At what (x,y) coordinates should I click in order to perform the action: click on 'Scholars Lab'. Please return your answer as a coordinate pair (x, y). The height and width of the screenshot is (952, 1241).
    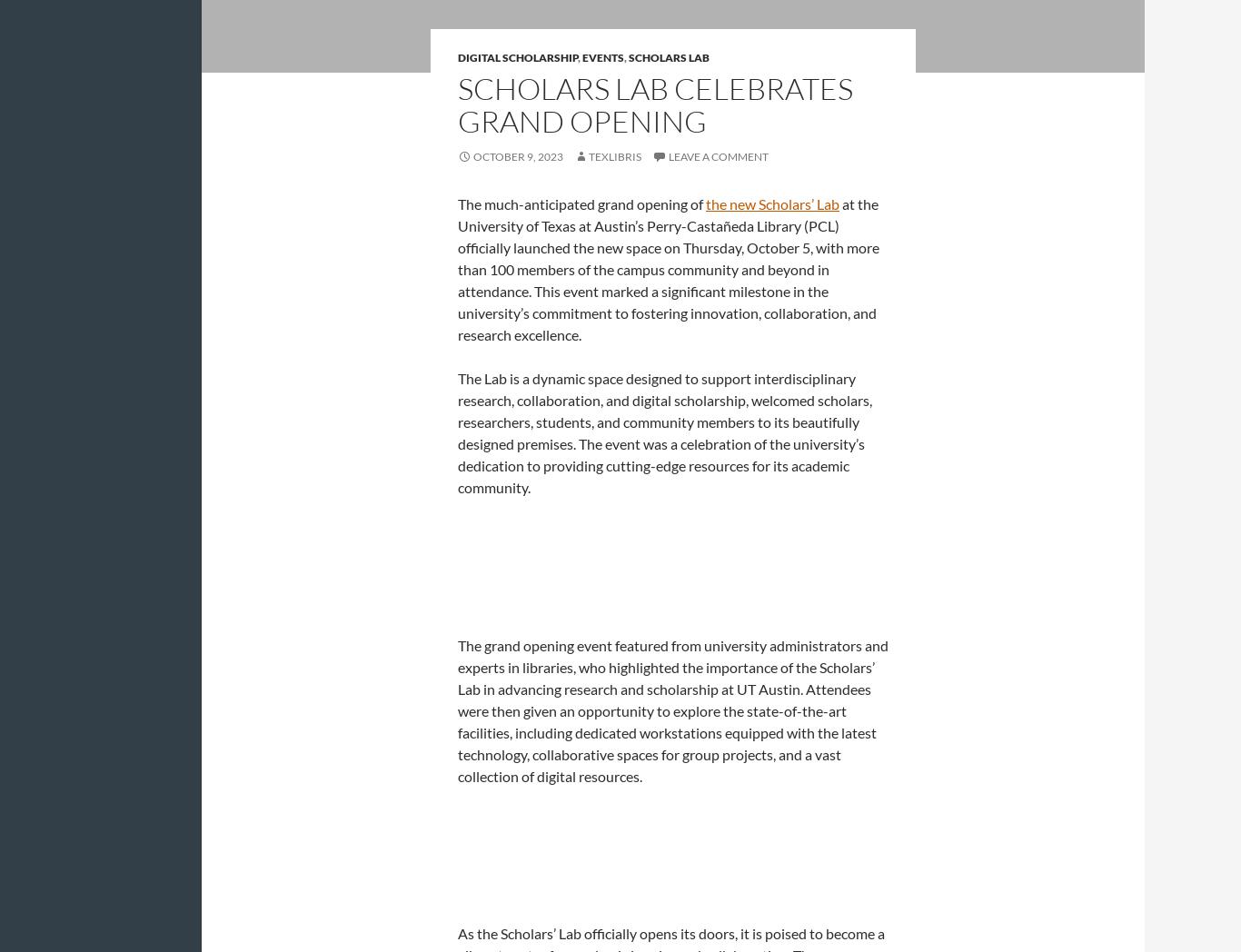
    Looking at the image, I should click on (669, 56).